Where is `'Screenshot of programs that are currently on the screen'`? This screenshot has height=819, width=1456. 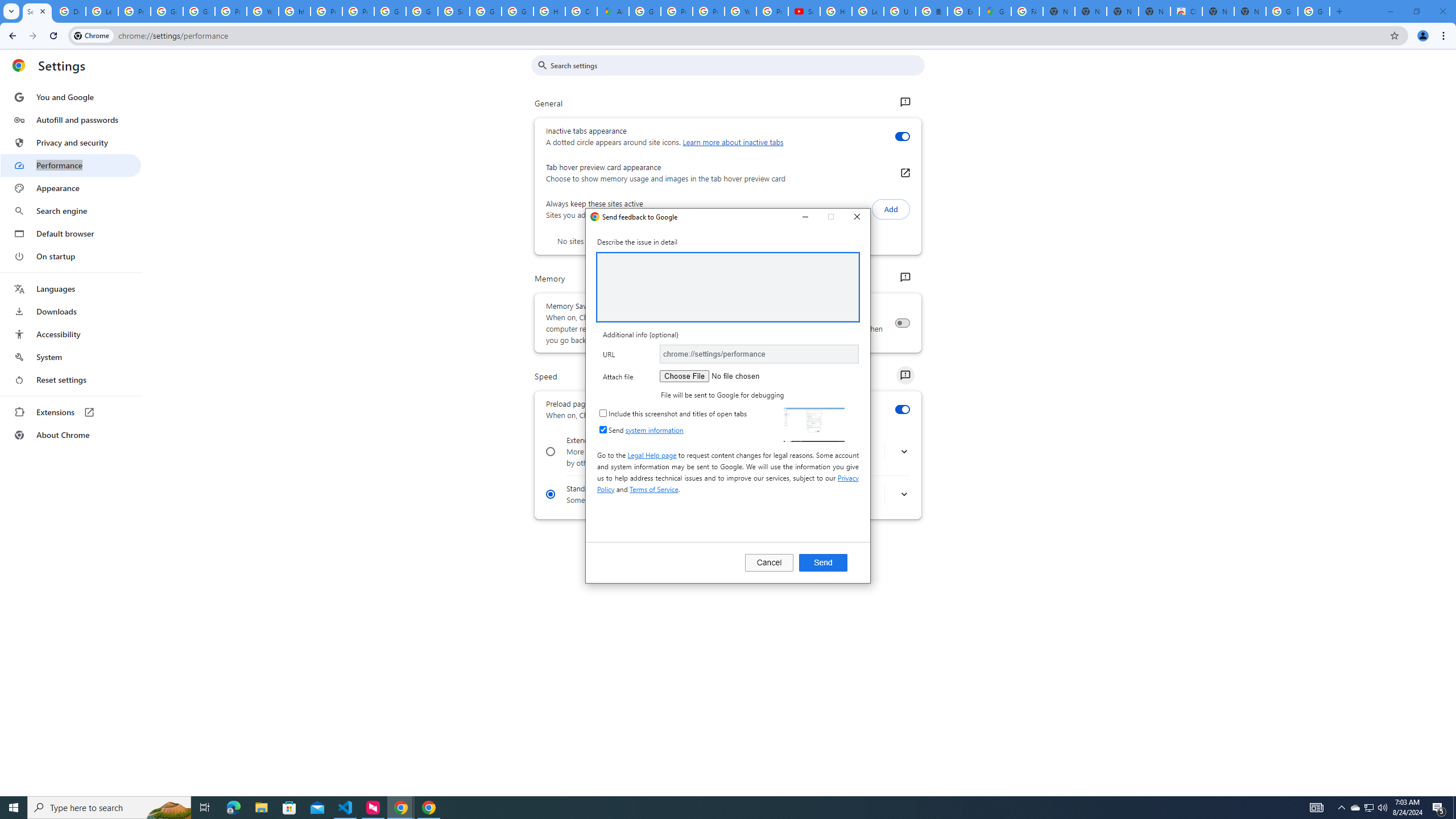
'Screenshot of programs that are currently on the screen' is located at coordinates (813, 424).